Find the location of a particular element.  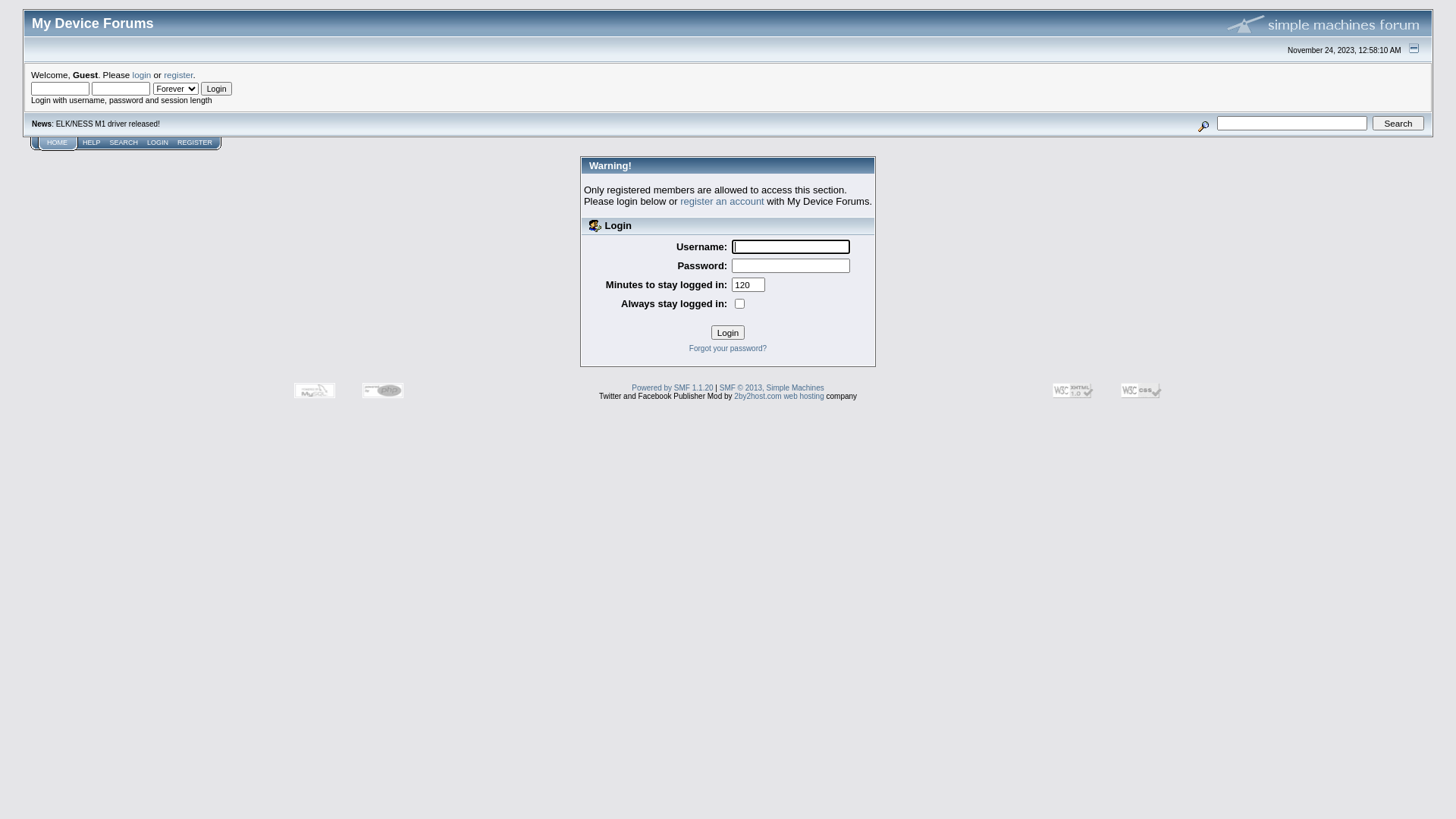

'2by2host.com' is located at coordinates (757, 395).